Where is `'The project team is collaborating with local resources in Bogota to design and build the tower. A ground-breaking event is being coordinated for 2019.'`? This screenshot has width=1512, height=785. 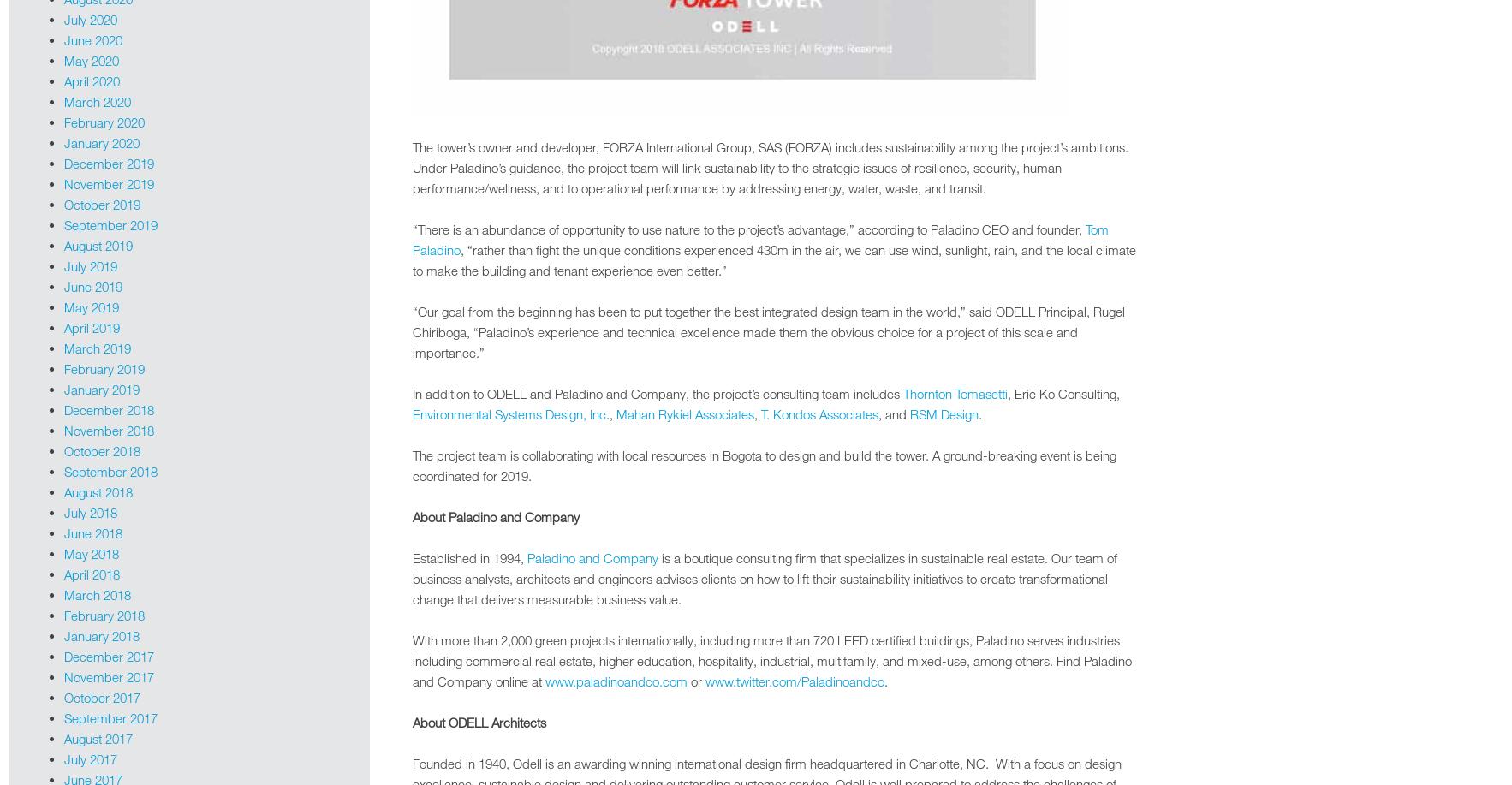
'The project team is collaborating with local resources in Bogota to design and build the tower. A ground-breaking event is being coordinated for 2019.' is located at coordinates (763, 464).